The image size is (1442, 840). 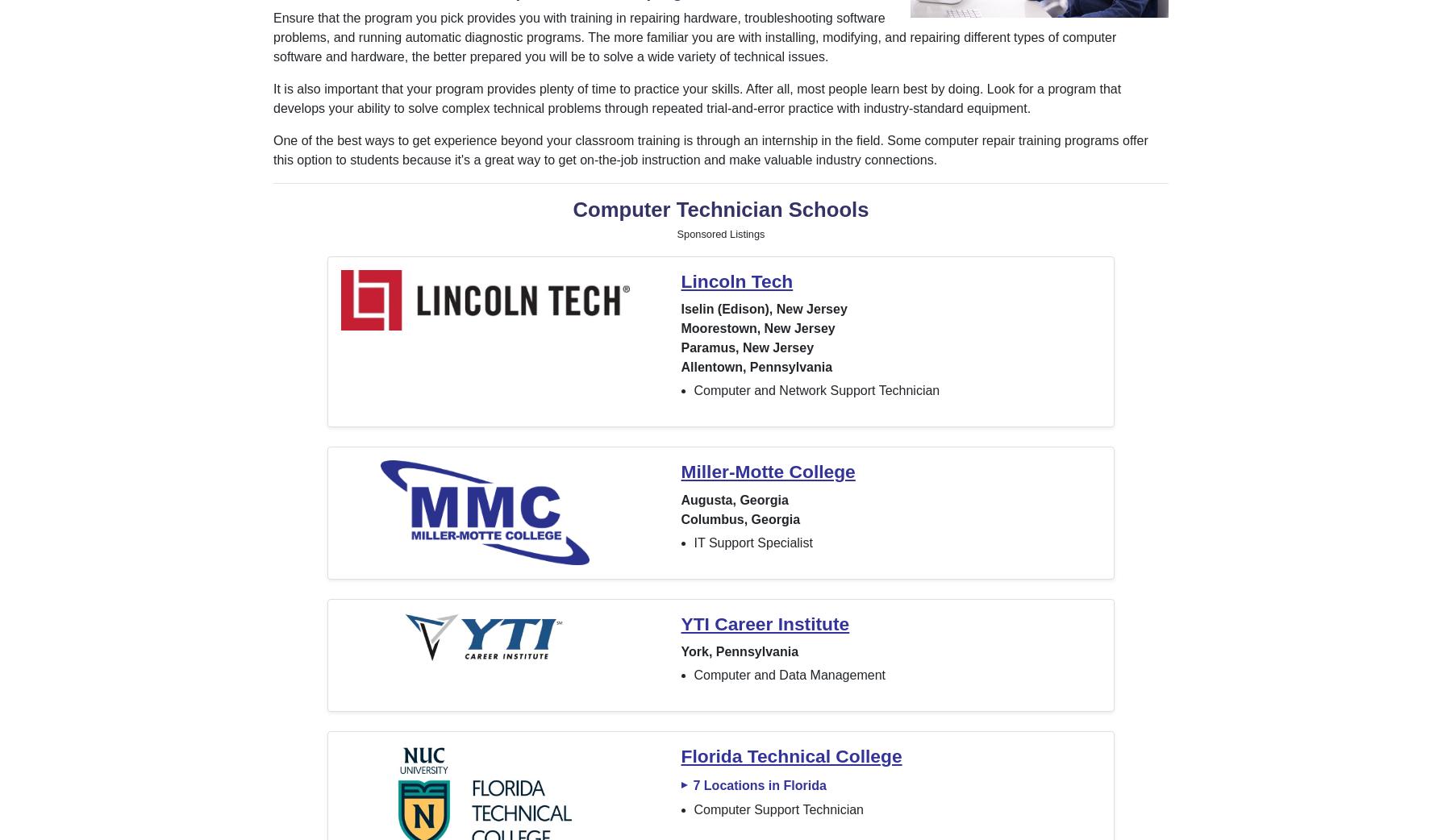 What do you see at coordinates (756, 367) in the screenshot?
I see `'Allentown, Pennsylvania'` at bounding box center [756, 367].